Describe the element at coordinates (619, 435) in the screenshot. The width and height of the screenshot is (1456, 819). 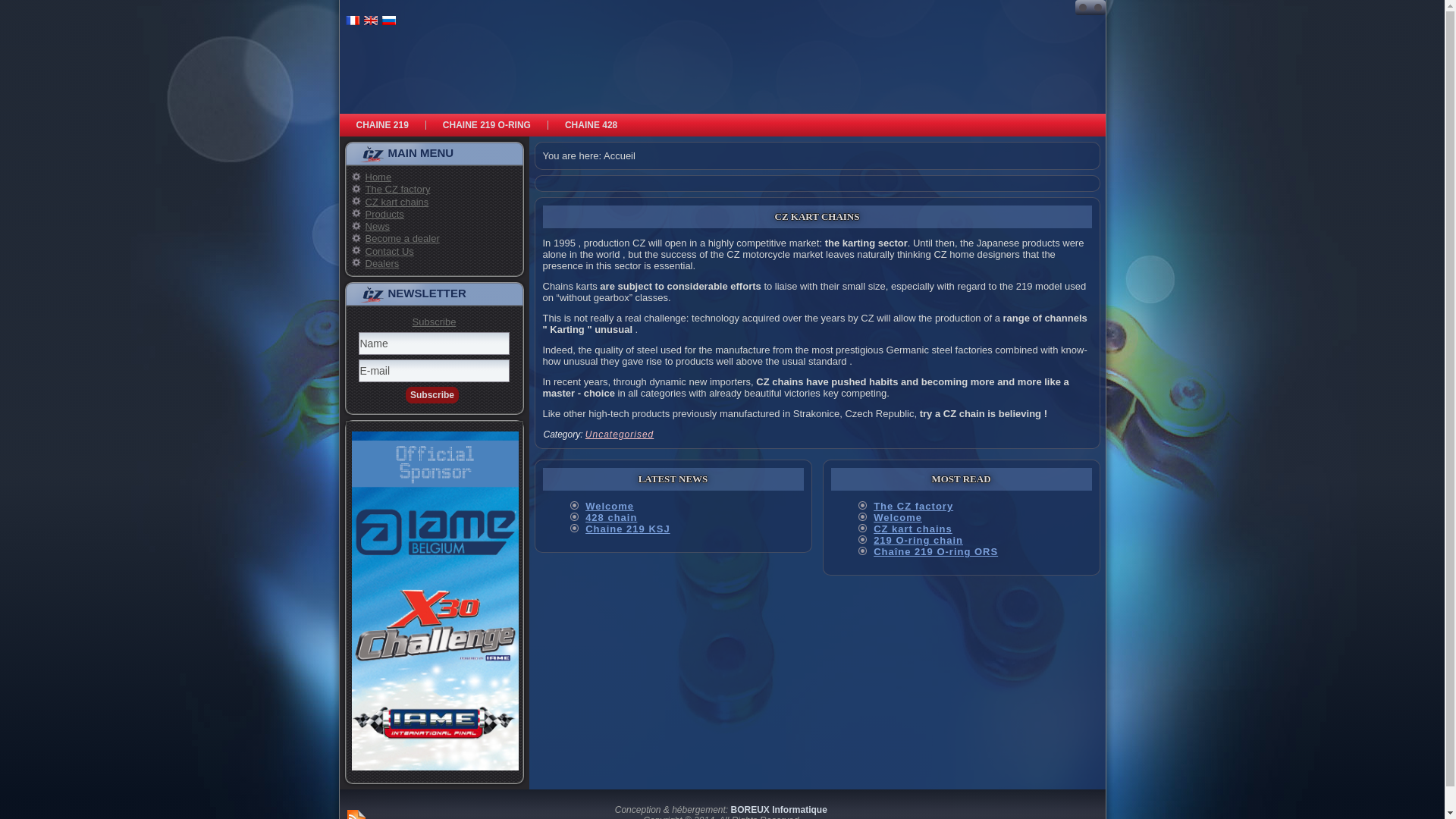
I see `'Uncategorised'` at that location.